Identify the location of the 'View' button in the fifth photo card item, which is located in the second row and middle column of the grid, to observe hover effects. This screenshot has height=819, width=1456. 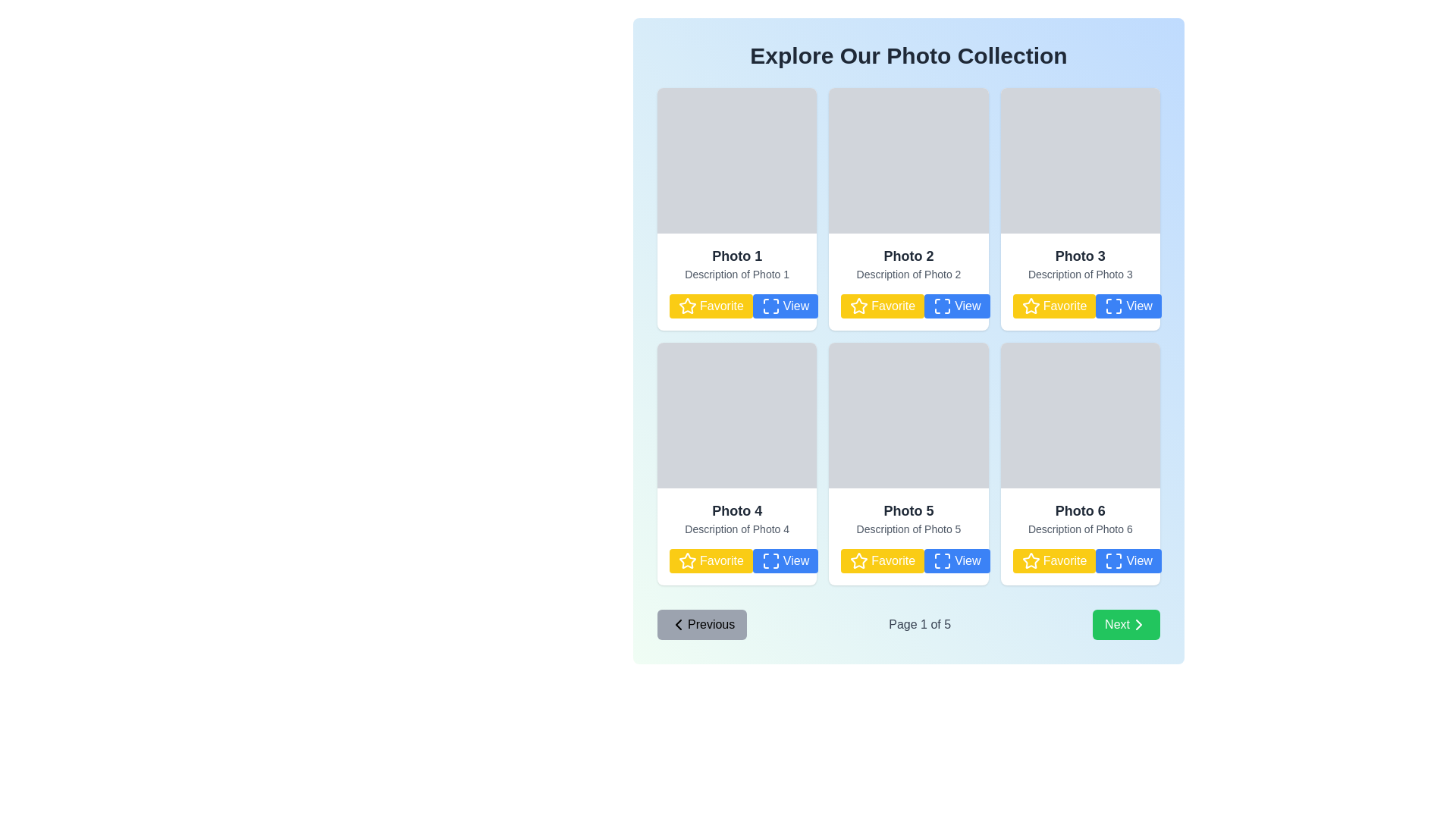
(956, 561).